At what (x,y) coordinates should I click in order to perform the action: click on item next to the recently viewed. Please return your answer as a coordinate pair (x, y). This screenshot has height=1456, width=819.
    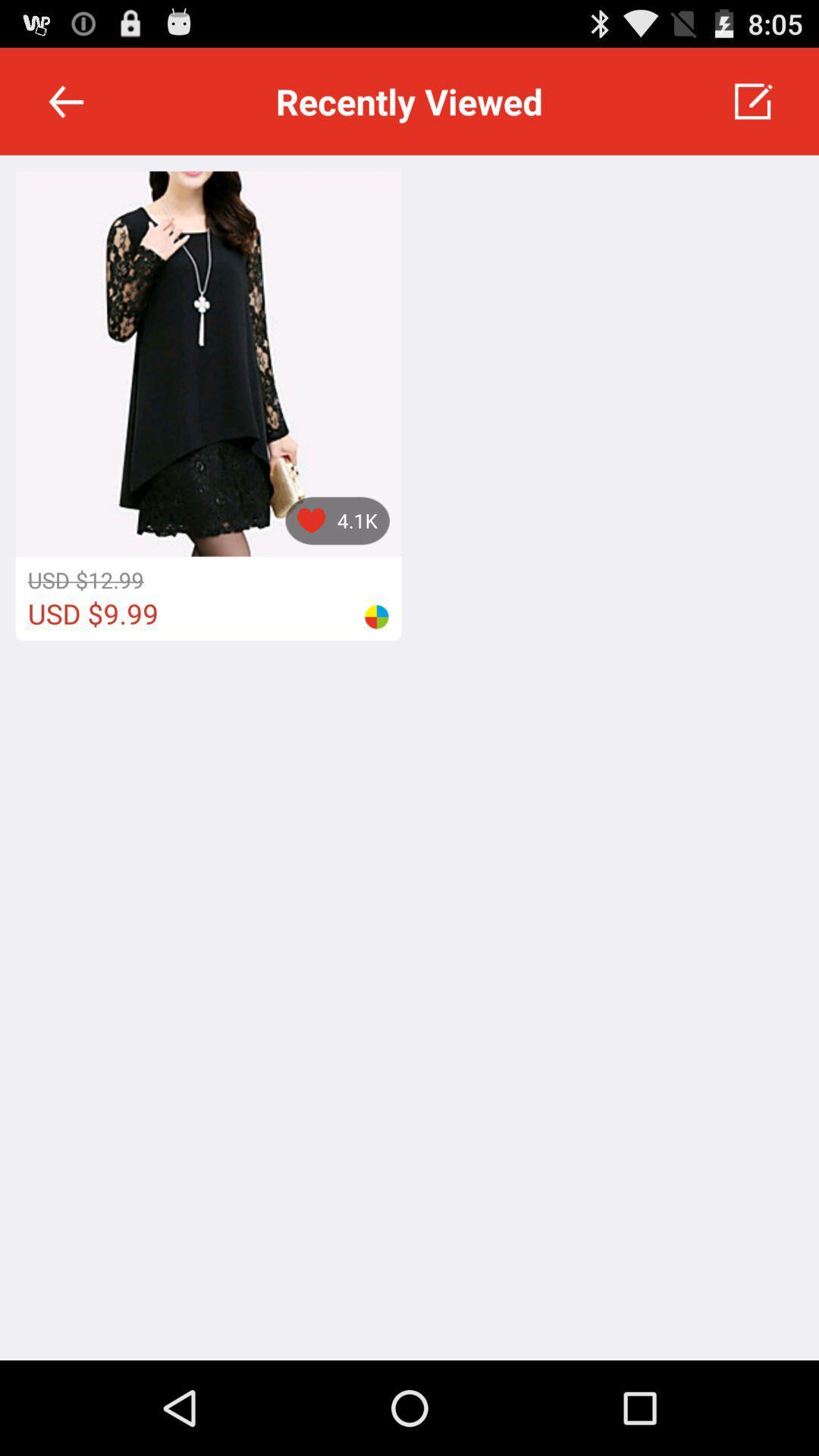
    Looking at the image, I should click on (752, 100).